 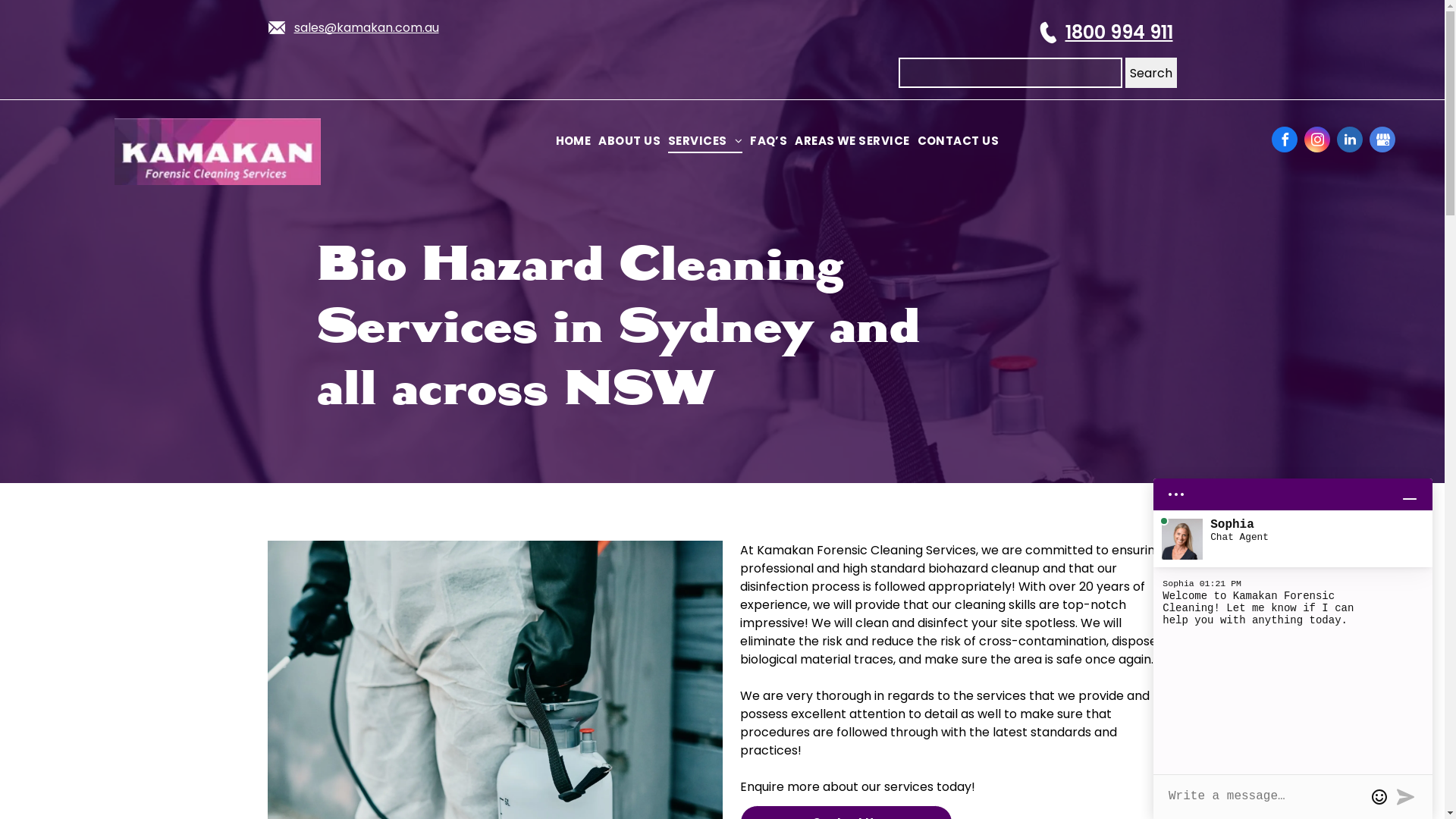 I want to click on 'sales@kamakan.com.au', so click(x=366, y=27).